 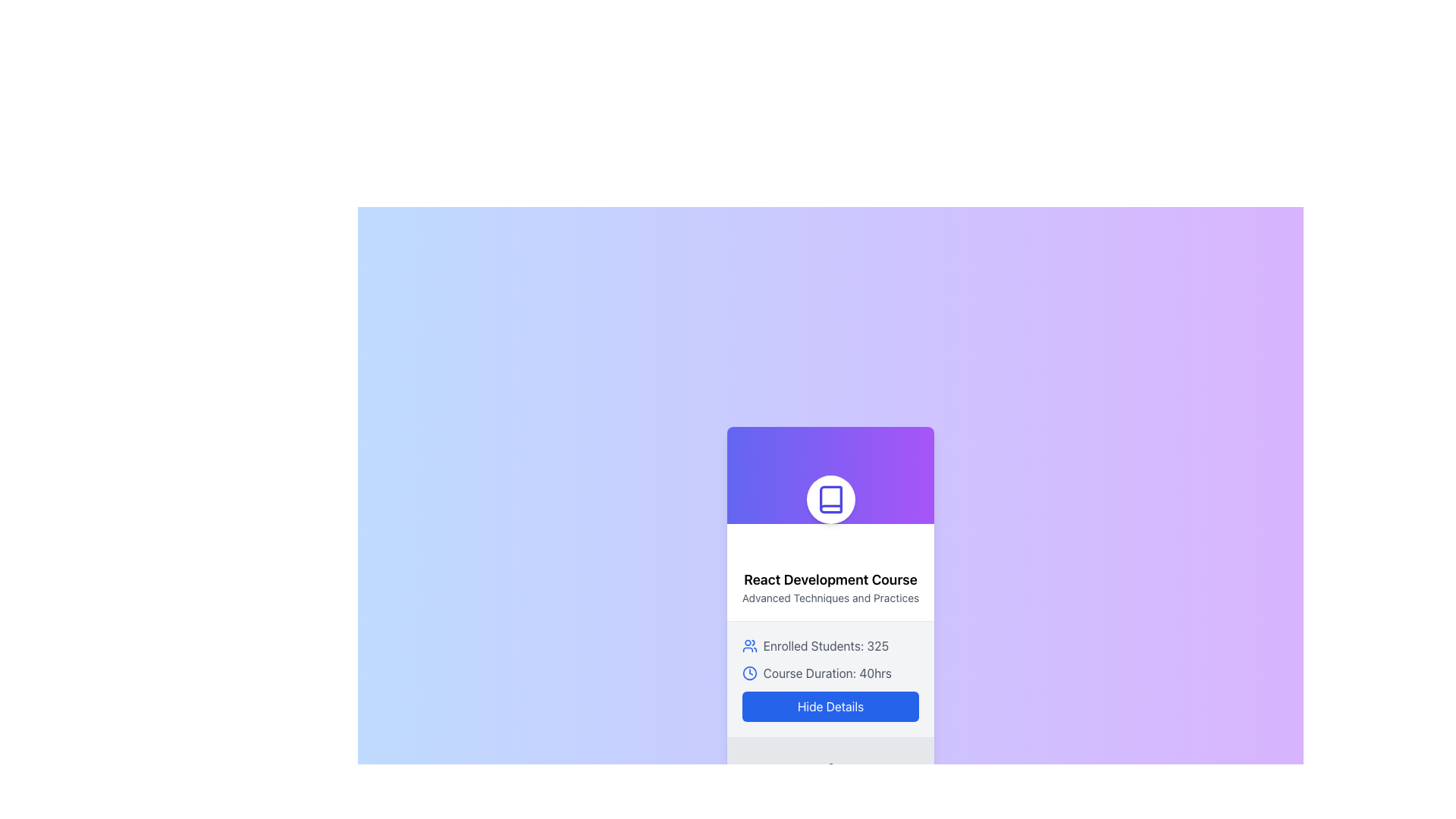 What do you see at coordinates (830, 707) in the screenshot?
I see `the button located at the bottom of the course information card` at bounding box center [830, 707].